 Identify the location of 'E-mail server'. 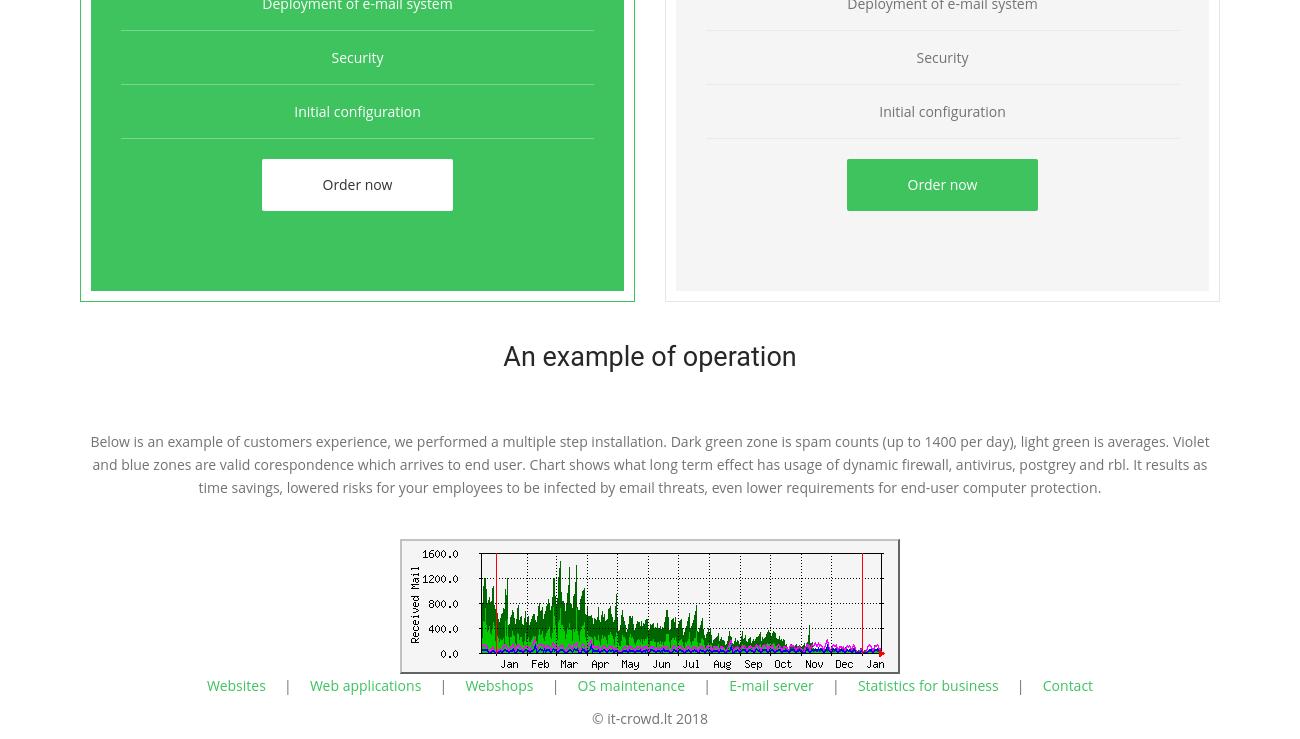
(729, 684).